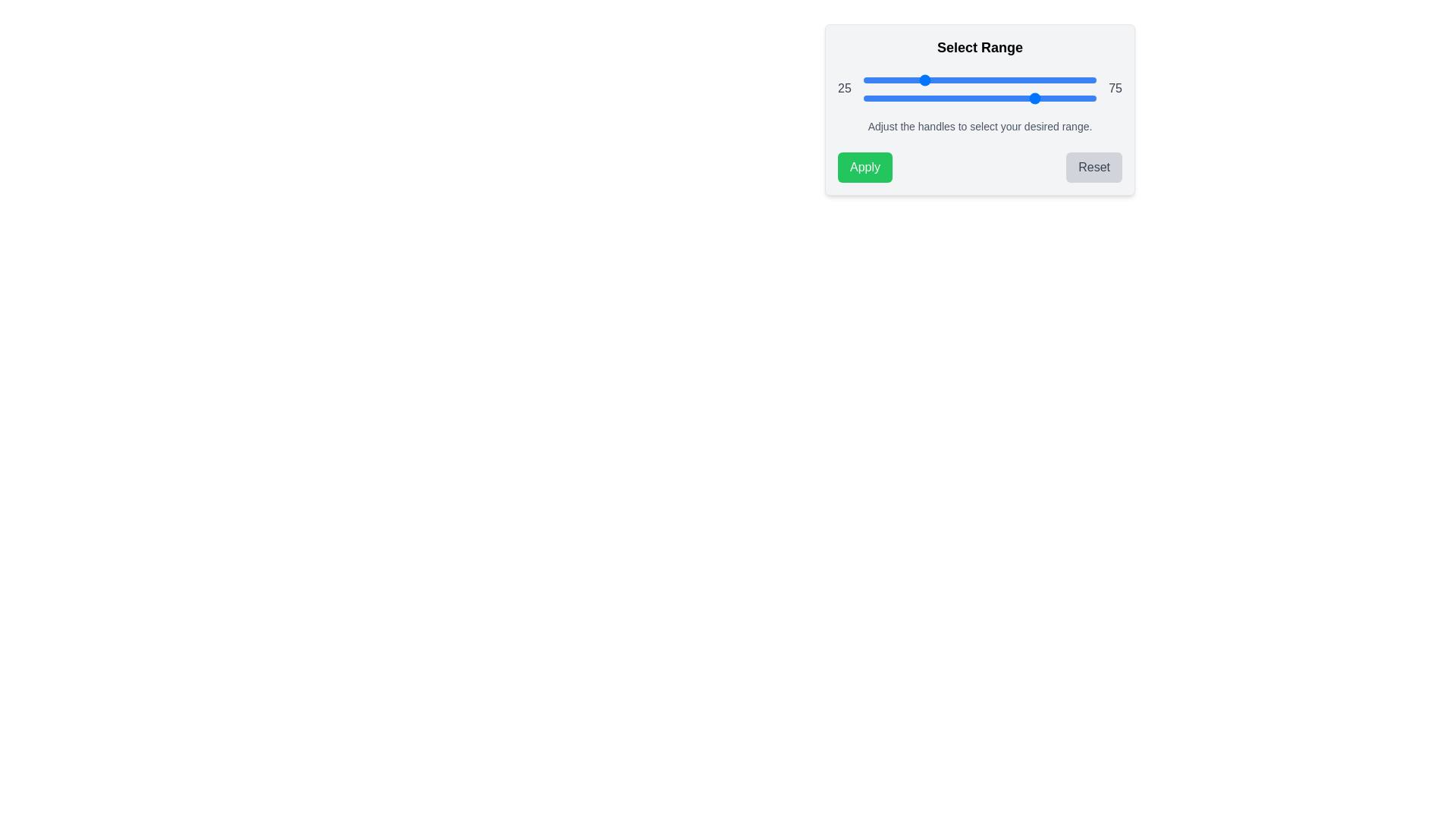 This screenshot has height=819, width=1456. What do you see at coordinates (918, 99) in the screenshot?
I see `the slider value` at bounding box center [918, 99].